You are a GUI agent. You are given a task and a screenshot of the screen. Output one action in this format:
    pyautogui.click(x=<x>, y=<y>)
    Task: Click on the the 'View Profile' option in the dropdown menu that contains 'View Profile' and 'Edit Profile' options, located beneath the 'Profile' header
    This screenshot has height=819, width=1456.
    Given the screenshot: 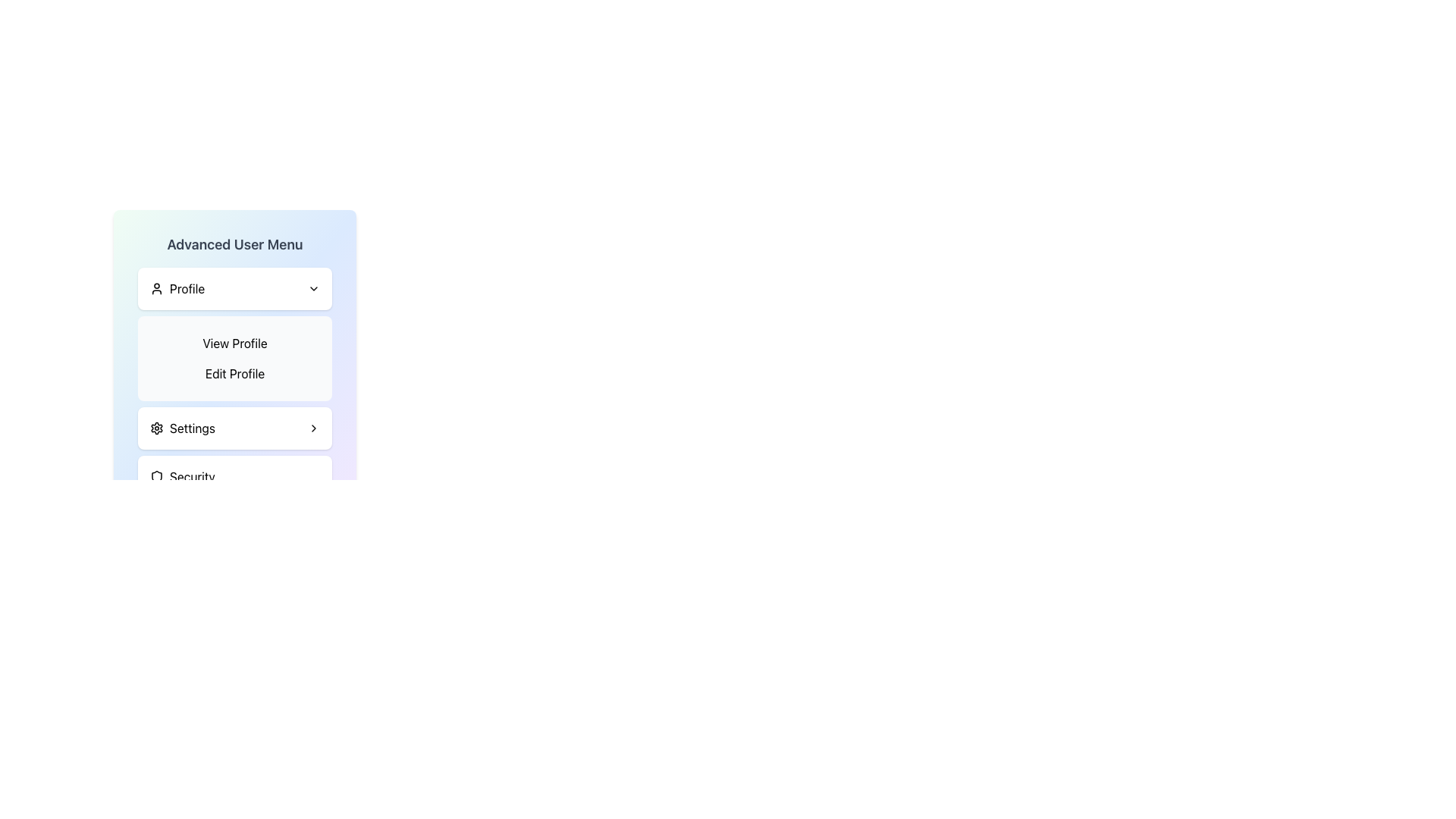 What is the action you would take?
    pyautogui.click(x=234, y=333)
    